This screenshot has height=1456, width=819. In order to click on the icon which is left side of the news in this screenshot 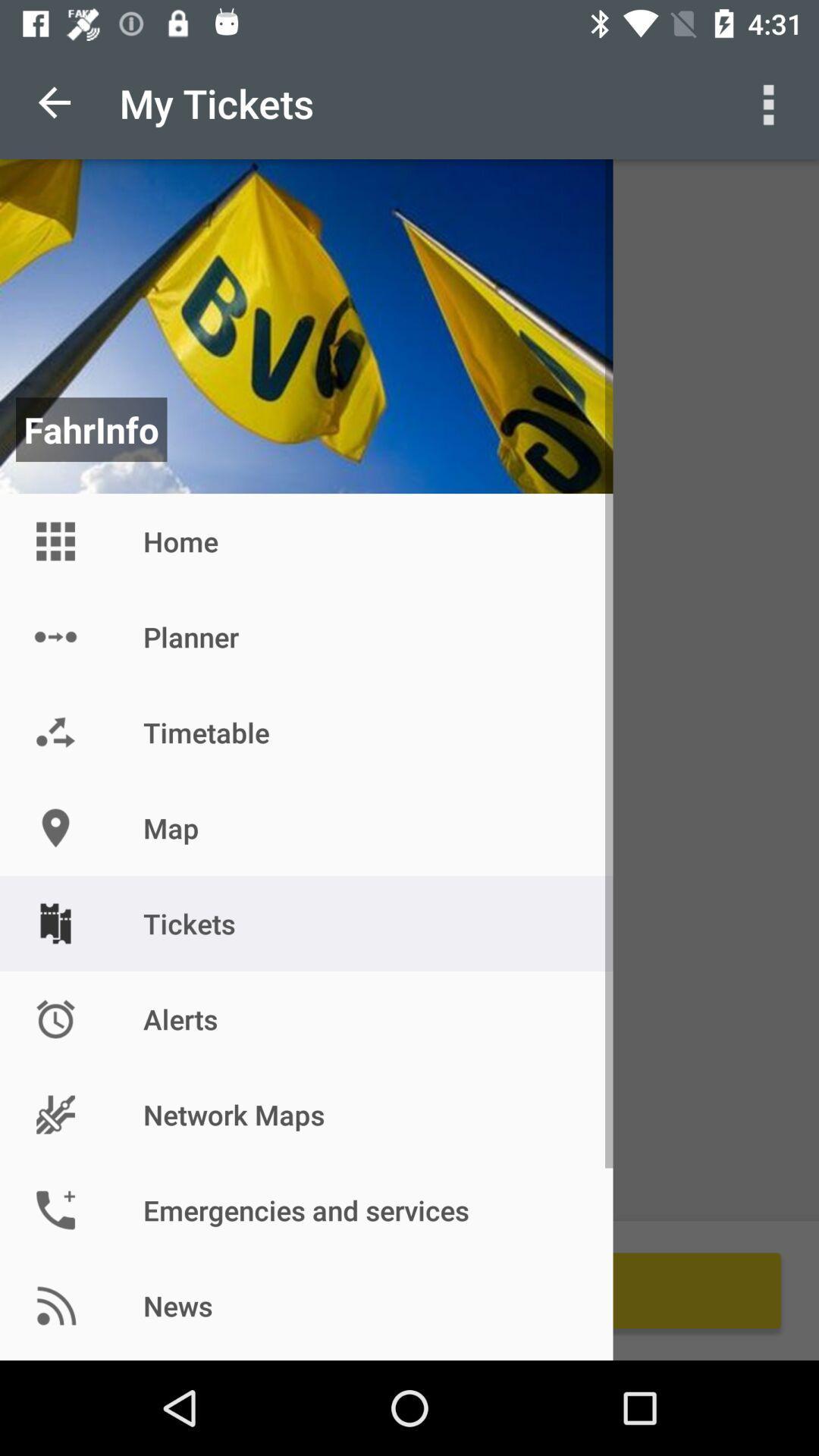, I will do `click(55, 1305)`.